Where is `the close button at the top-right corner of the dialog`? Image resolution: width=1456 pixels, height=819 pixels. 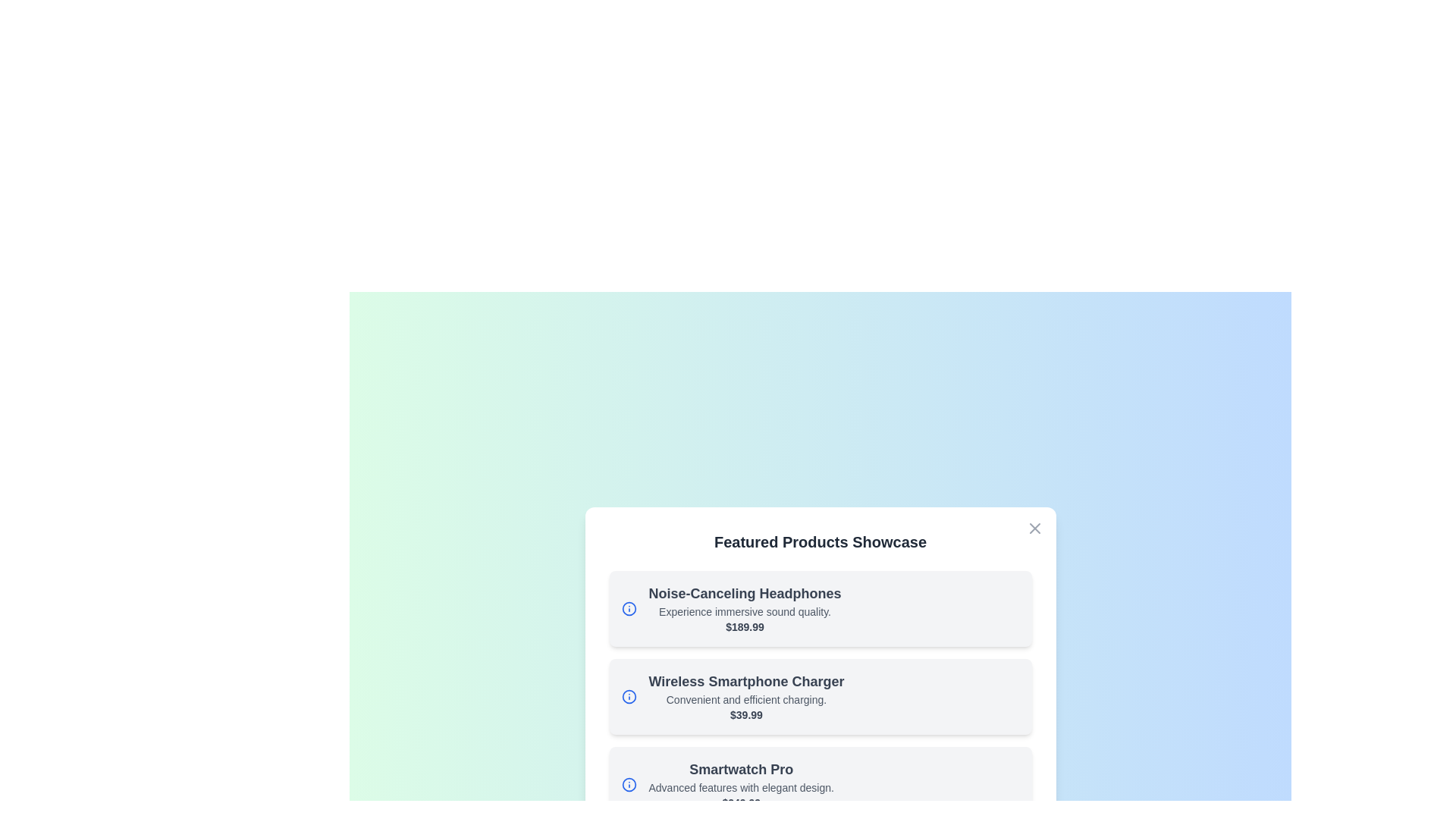 the close button at the top-right corner of the dialog is located at coordinates (1034, 528).